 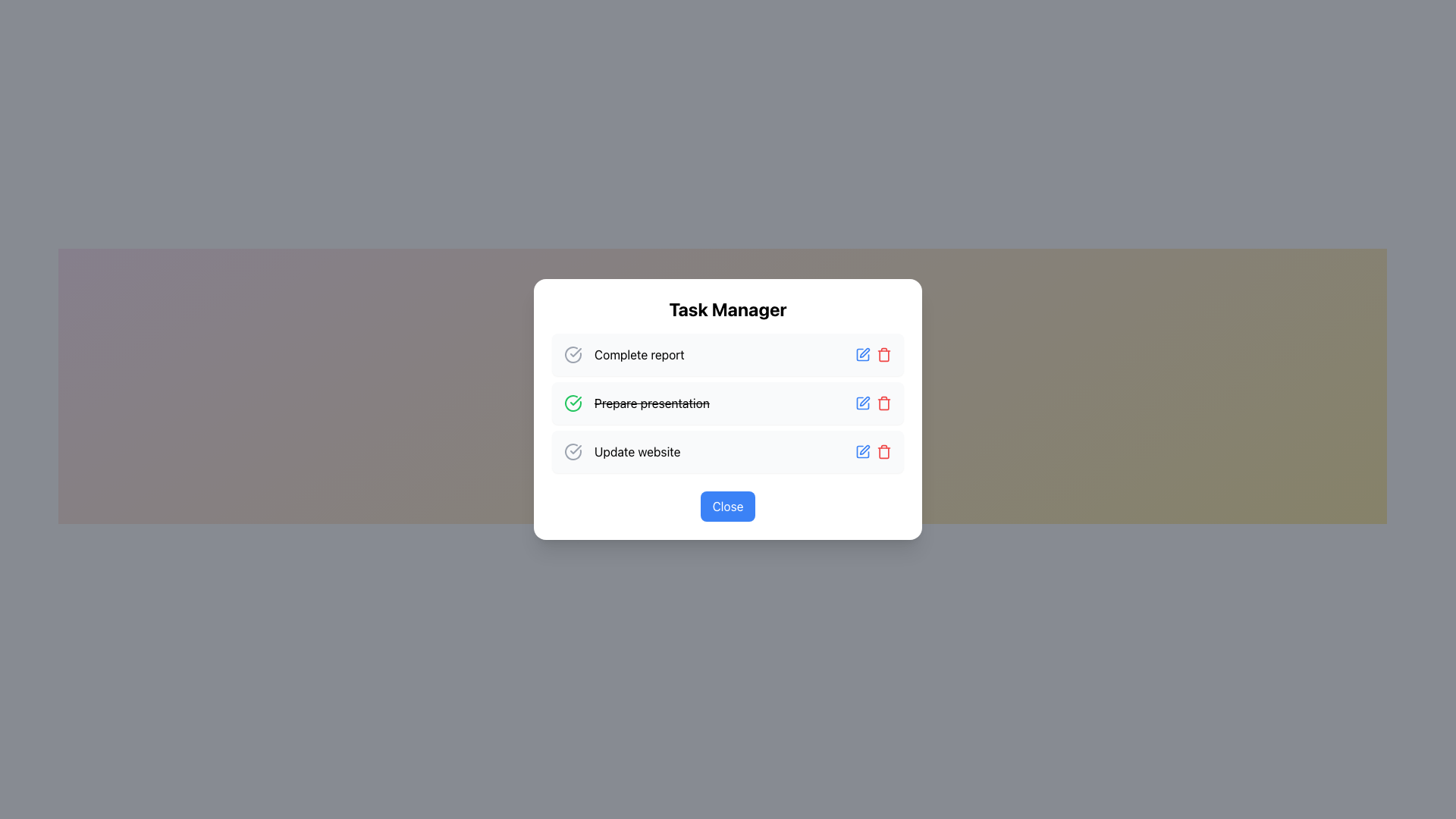 What do you see at coordinates (651, 403) in the screenshot?
I see `the text label displaying the task name 'Prepare presentation', which indicates its completion status by crossing out the text` at bounding box center [651, 403].